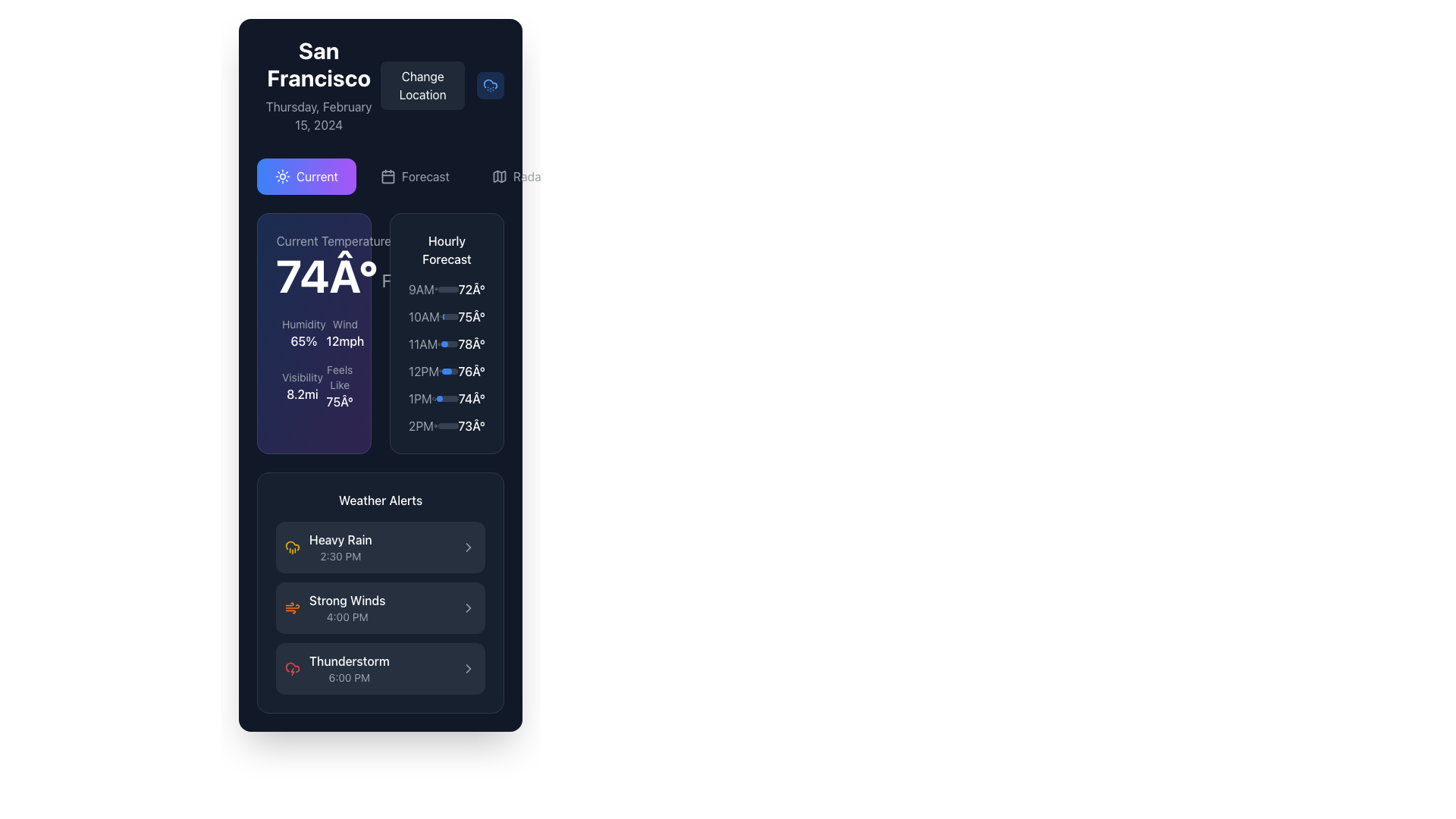  Describe the element at coordinates (292, 547) in the screenshot. I see `the weather icon representing heavy rain located in the 'Weather Alerts' section, adjacent to the 'Heavy Rain' label and time '2:30 PM'` at that location.